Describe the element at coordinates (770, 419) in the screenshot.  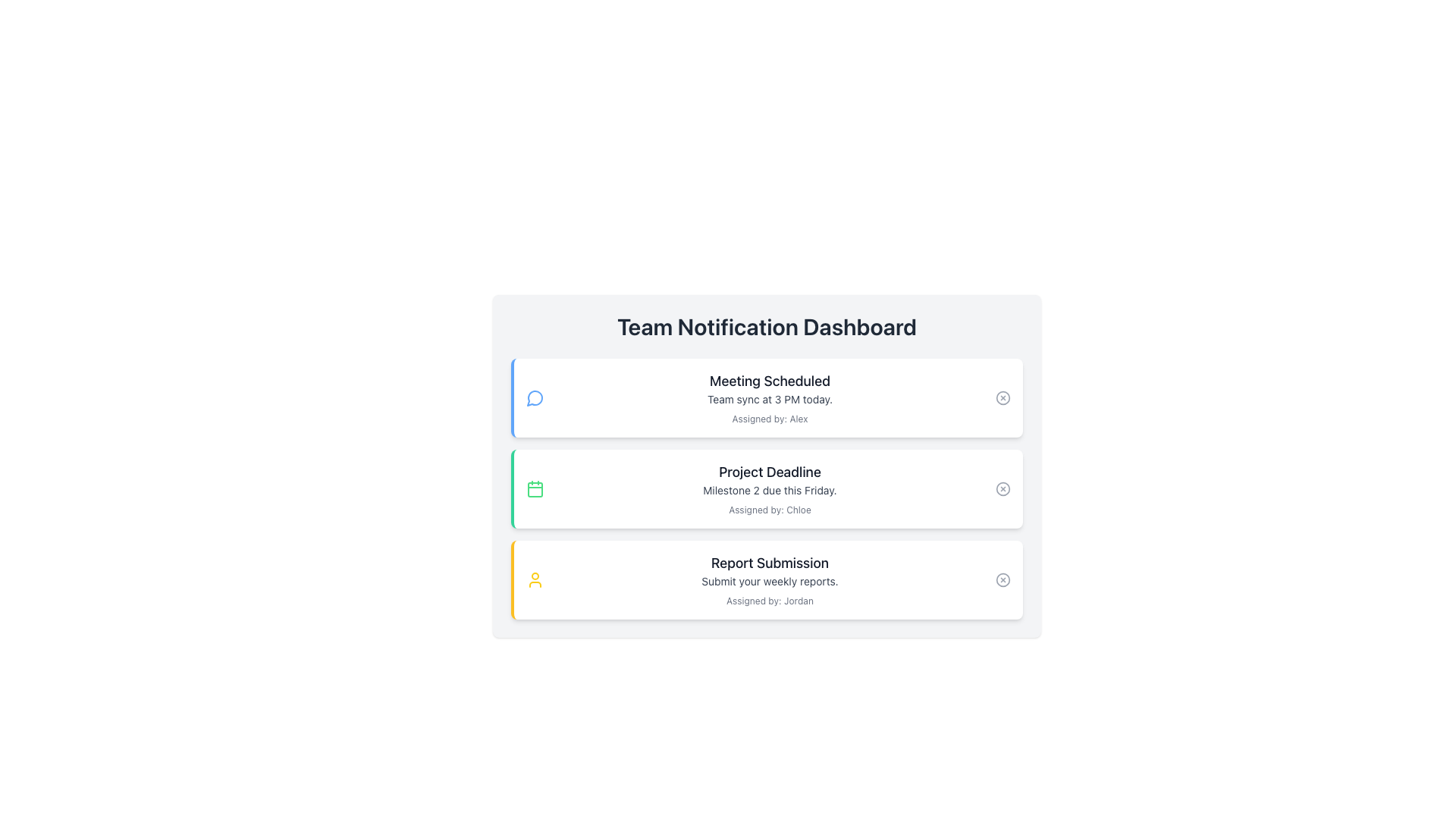
I see `attribution text located at the bottom of the first notification card in the 'Team Notification Dashboard'` at that location.